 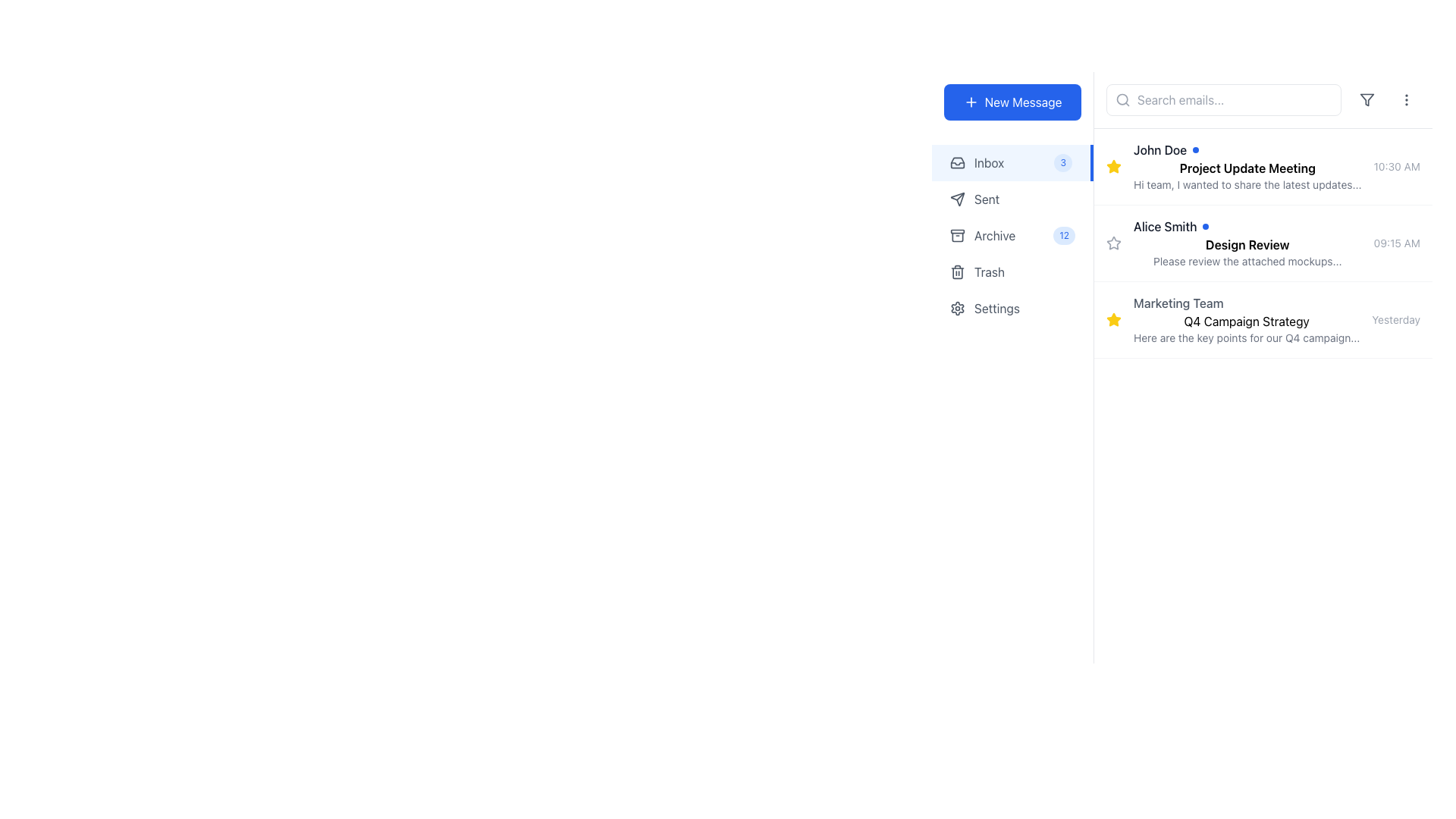 What do you see at coordinates (1159, 149) in the screenshot?
I see `the text label representing the sender's name for the first email entry in the list, which is located between a star icon and a blue dot indicator` at bounding box center [1159, 149].